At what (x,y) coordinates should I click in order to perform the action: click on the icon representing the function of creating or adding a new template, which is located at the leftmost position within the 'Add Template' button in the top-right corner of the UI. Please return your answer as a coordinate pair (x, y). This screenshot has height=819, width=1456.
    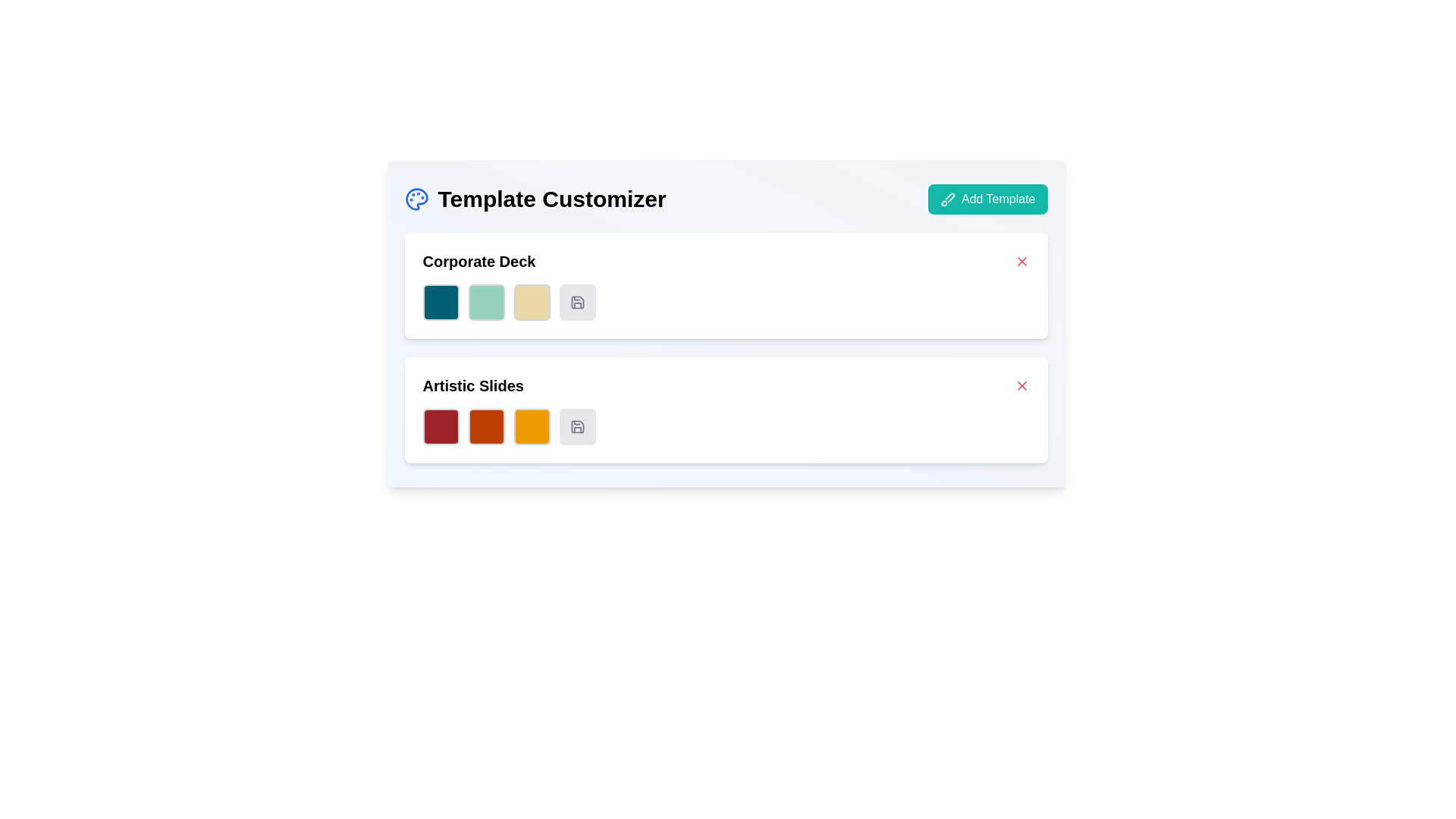
    Looking at the image, I should click on (946, 198).